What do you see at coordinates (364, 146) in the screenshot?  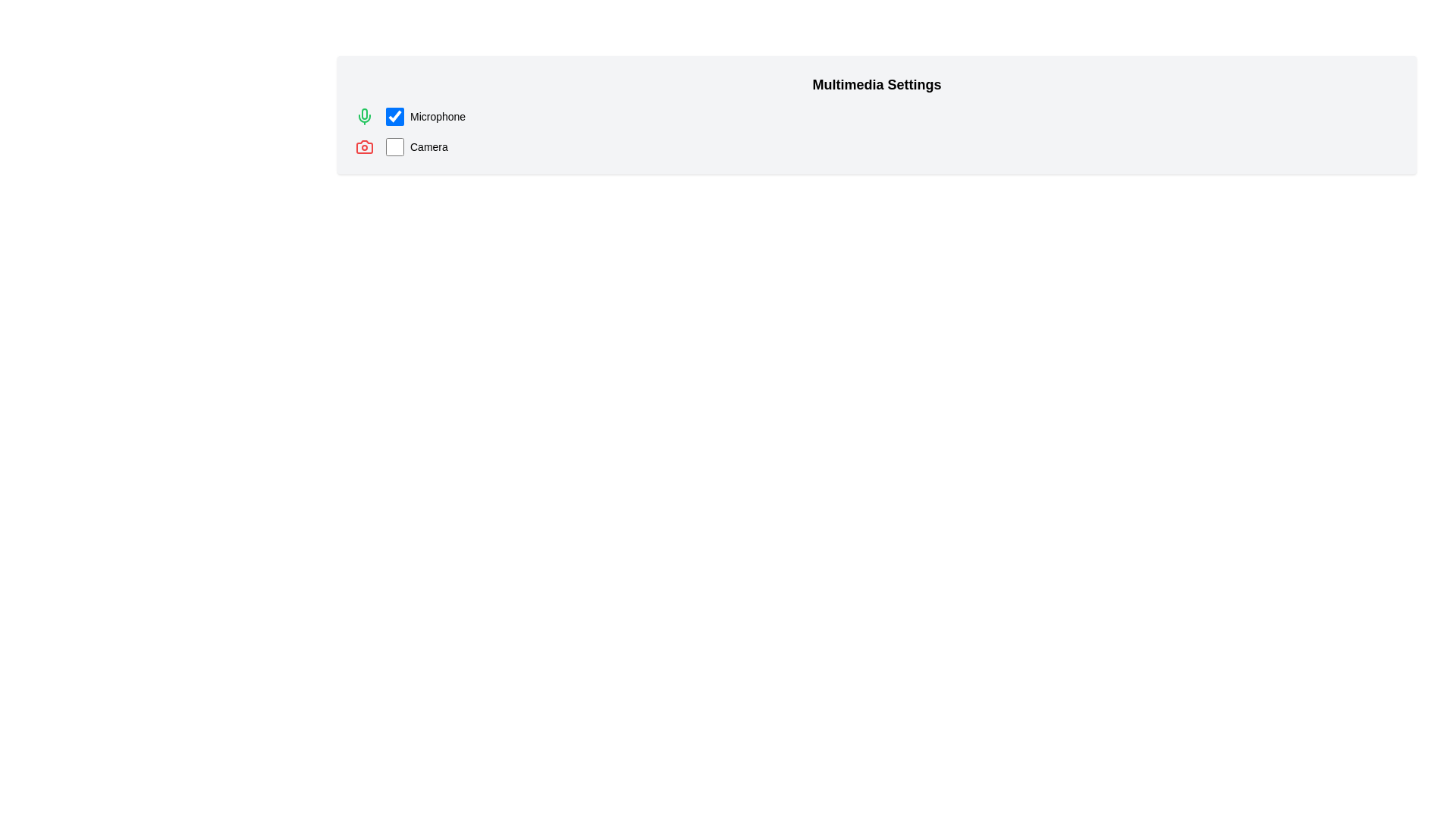 I see `the camera icon located at the leftmost position within the horizontal layout in the second row of the settings section, adjacent to the checkbox and text labeled 'Camera'` at bounding box center [364, 146].